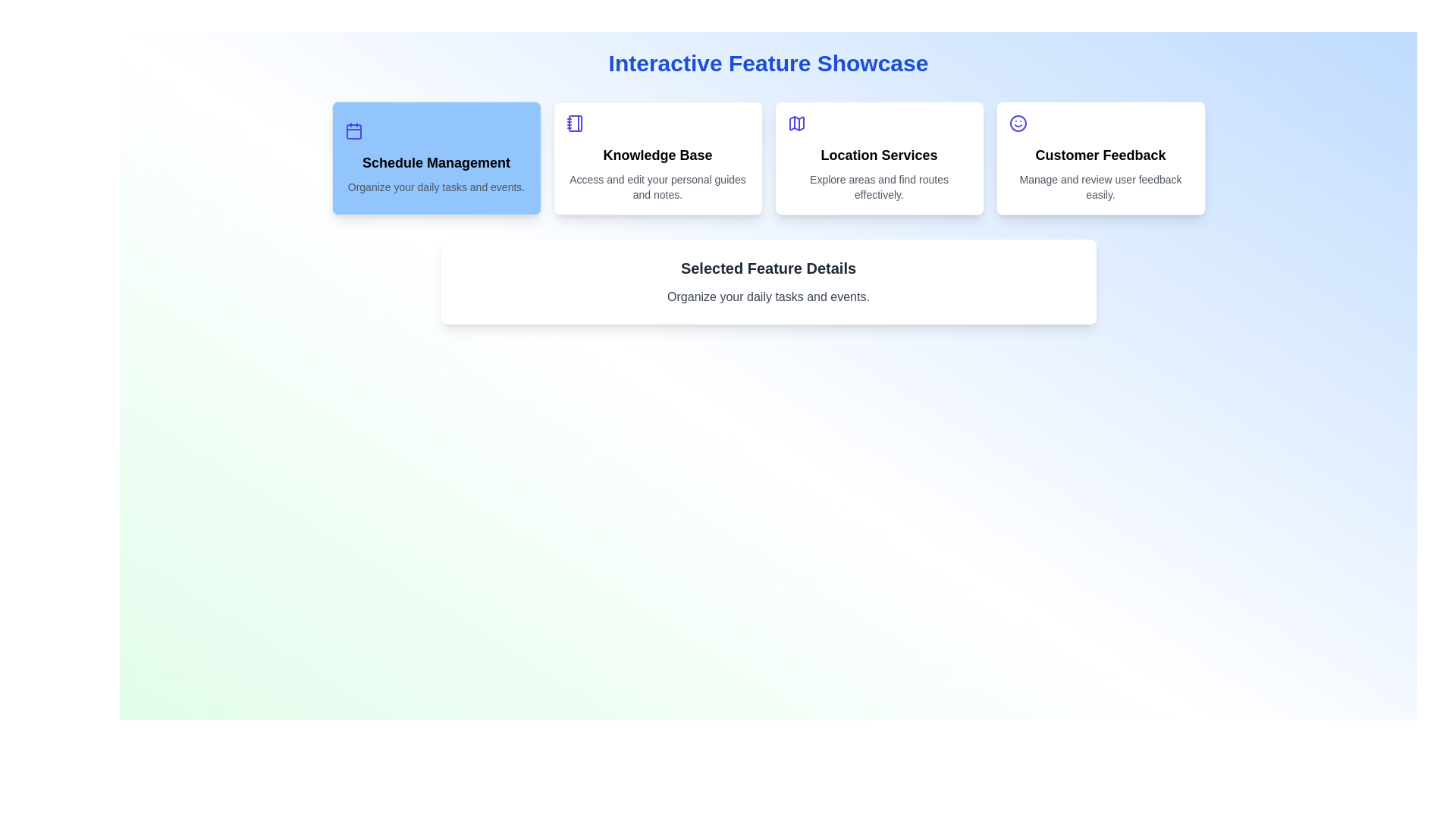 The image size is (1456, 819). What do you see at coordinates (574, 122) in the screenshot?
I see `the Icon subcomponent, which is a centrally positioned rectangular shape with rounded corners representing part of the notebook icon` at bounding box center [574, 122].